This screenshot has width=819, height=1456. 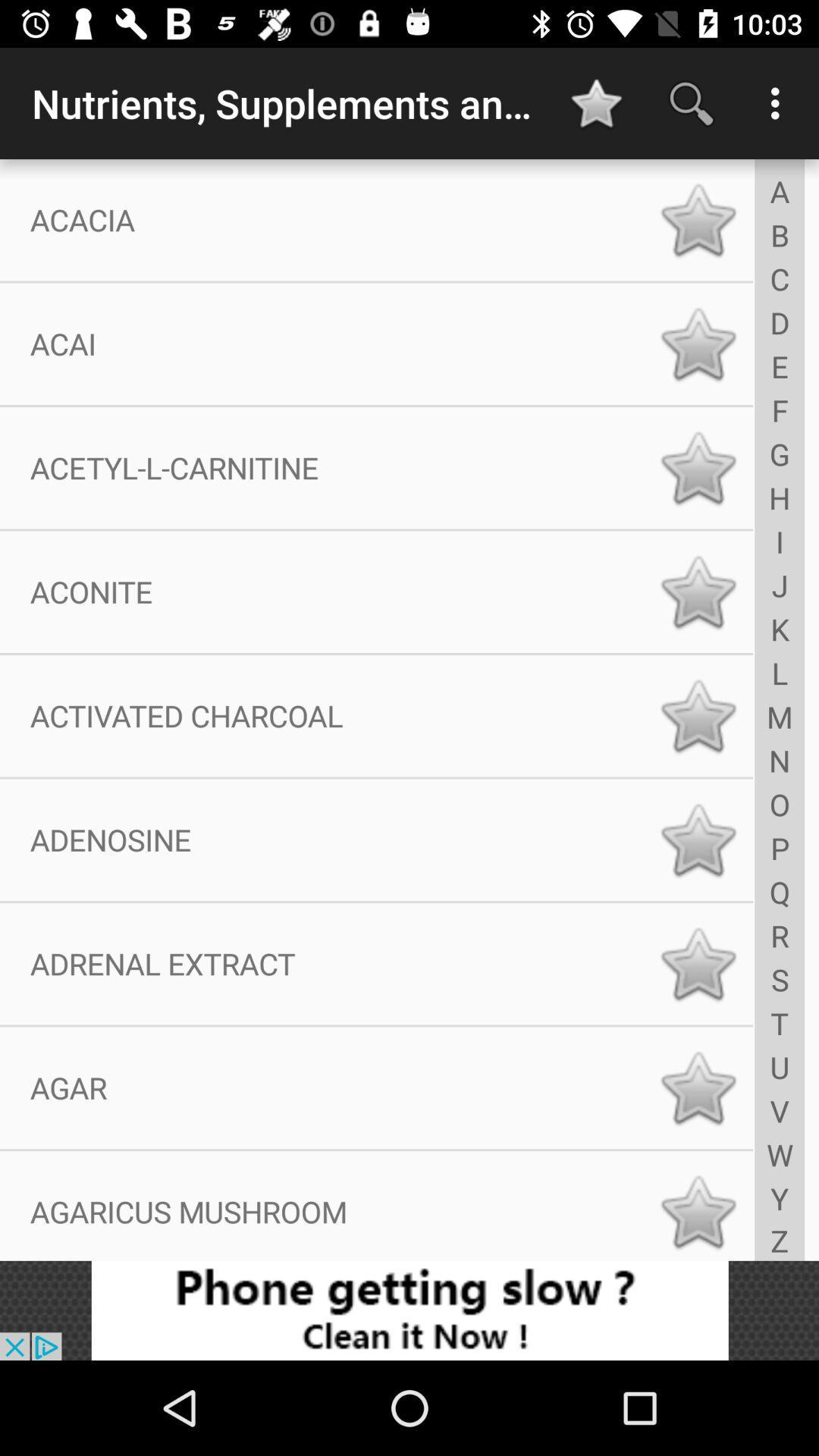 I want to click on favorite status of adenosine, so click(x=698, y=839).